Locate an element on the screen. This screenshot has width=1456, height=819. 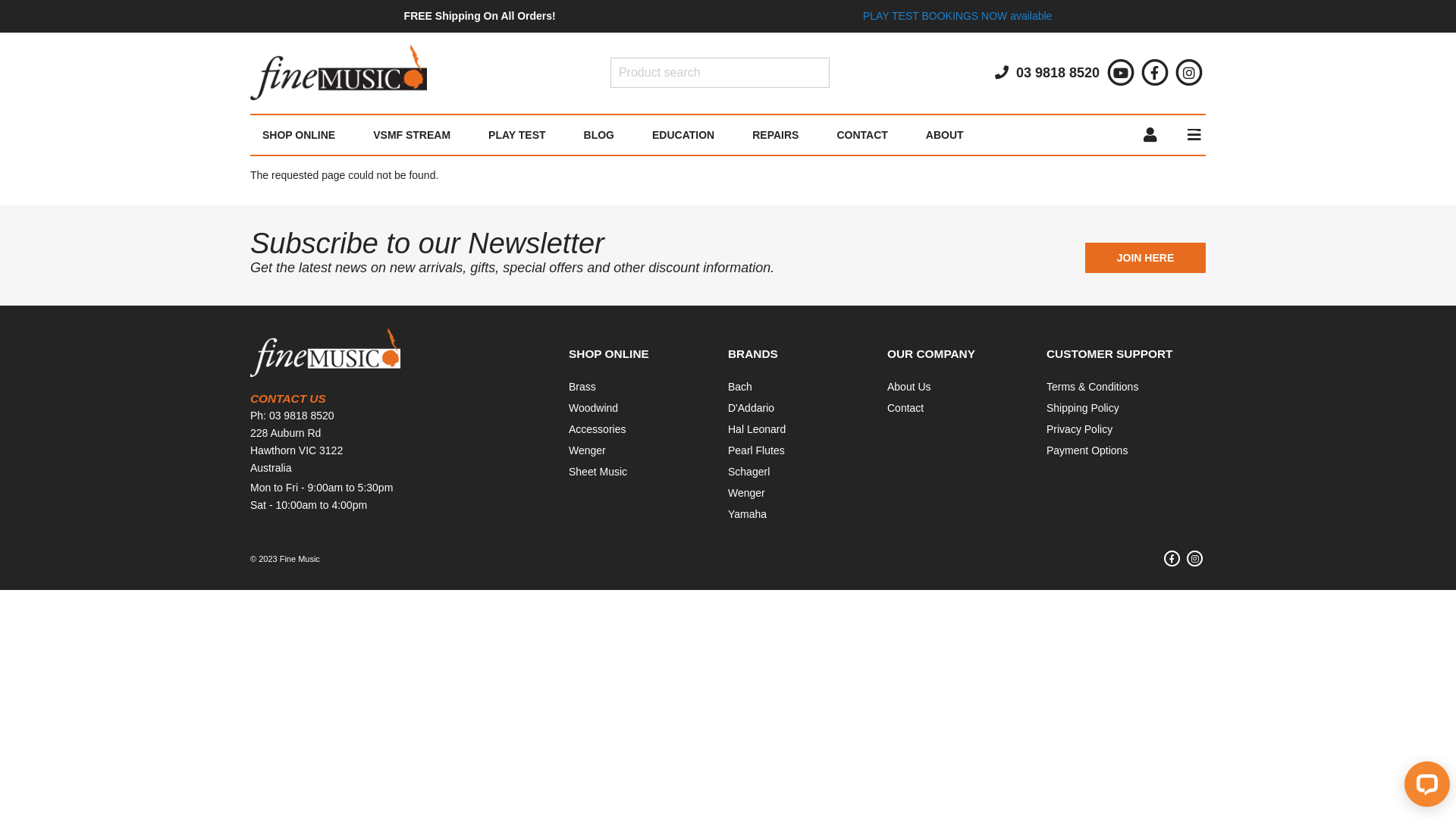
'BLOG' is located at coordinates (598, 133).